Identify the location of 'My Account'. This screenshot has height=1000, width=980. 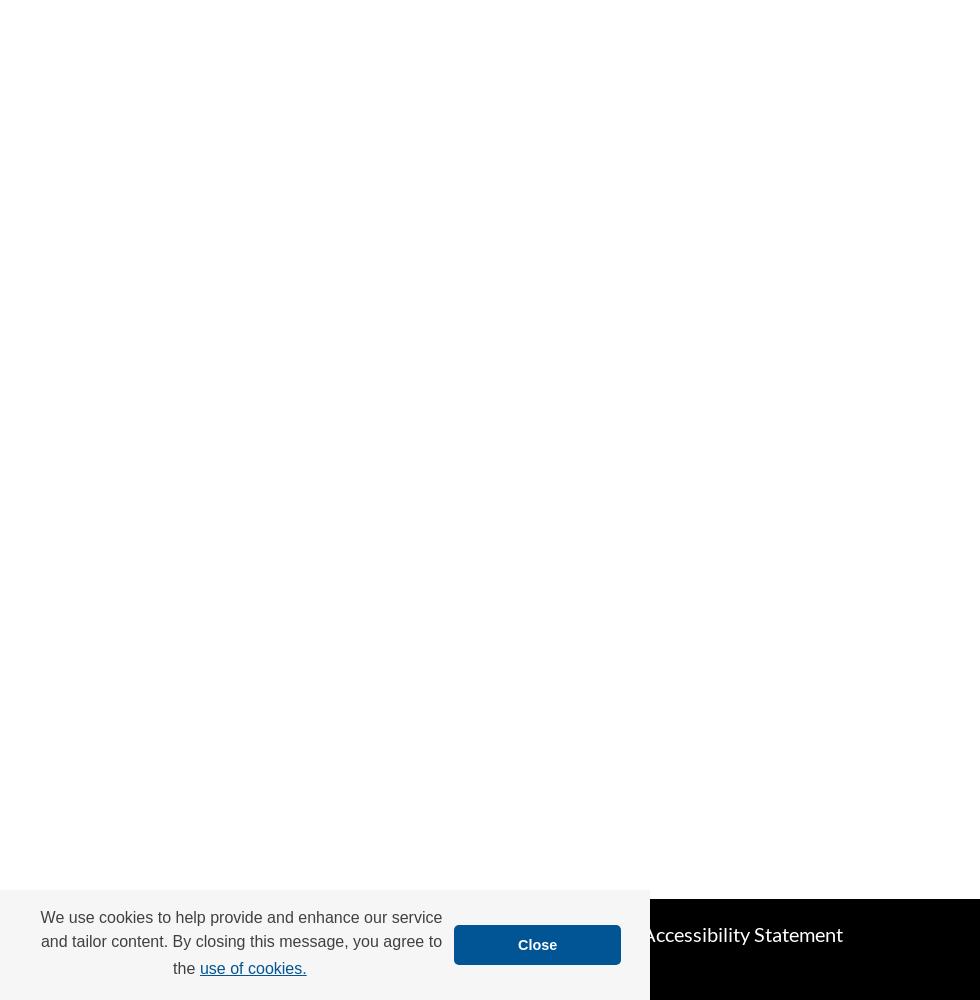
(559, 934).